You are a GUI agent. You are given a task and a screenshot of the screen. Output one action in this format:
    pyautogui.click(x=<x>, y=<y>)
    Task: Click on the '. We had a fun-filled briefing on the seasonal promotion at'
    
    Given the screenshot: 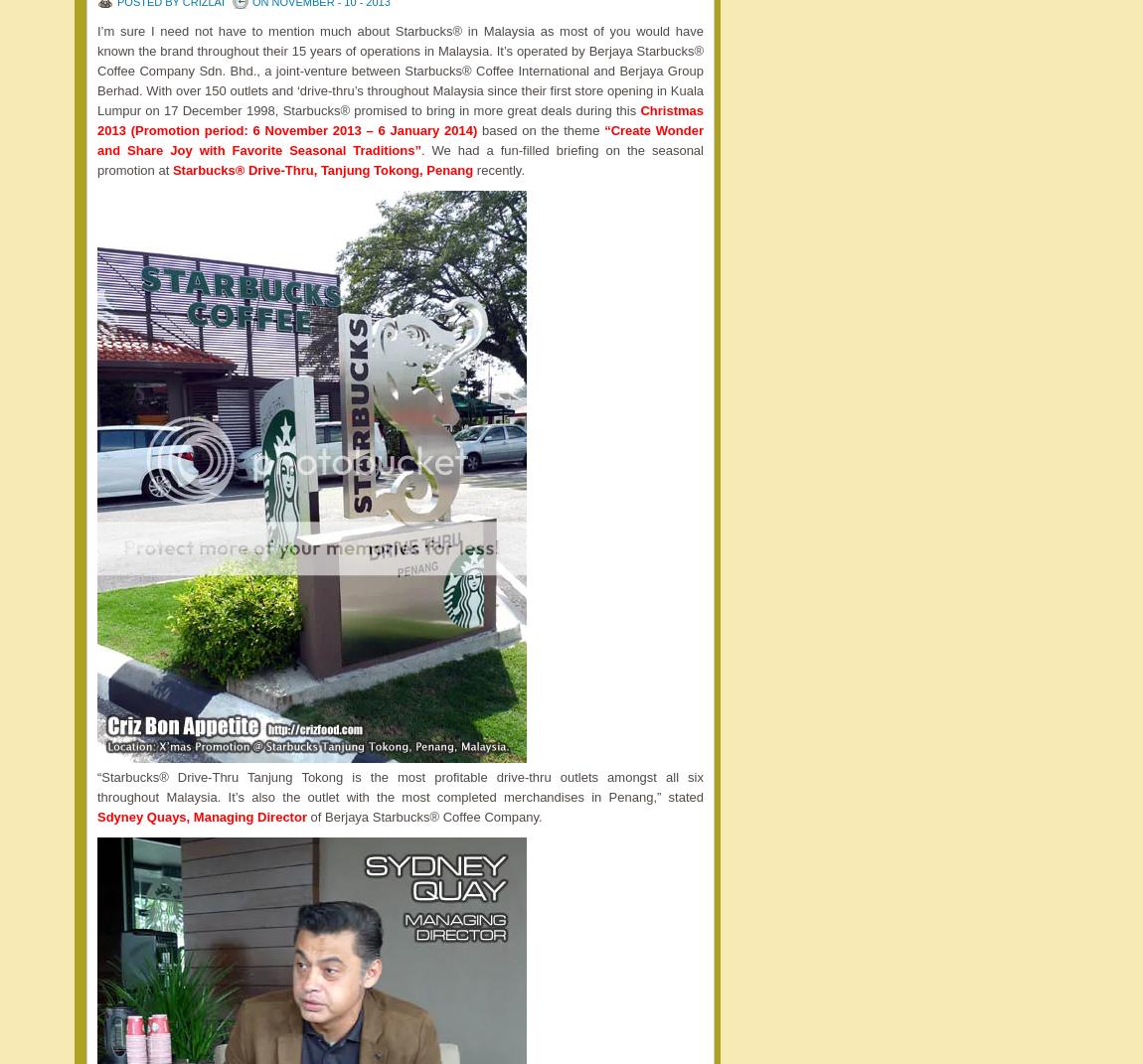 What is the action you would take?
    pyautogui.click(x=400, y=159)
    